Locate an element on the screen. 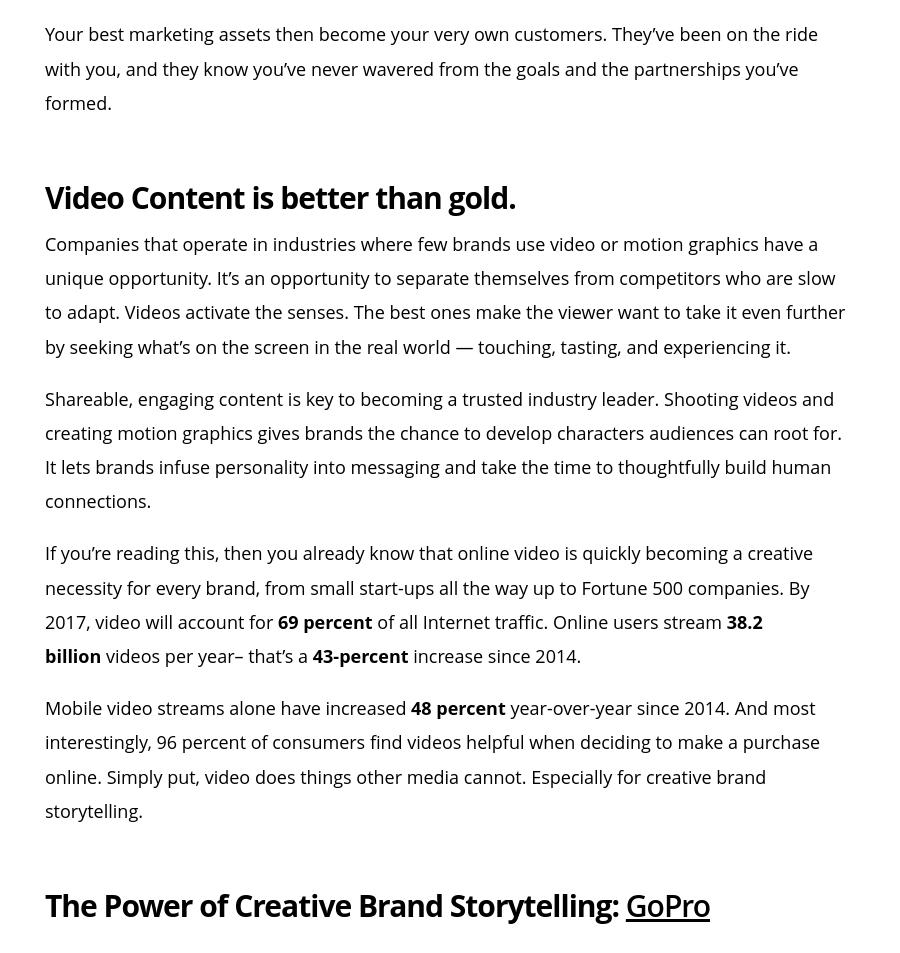 The image size is (900, 953). '38.2 billion' is located at coordinates (403, 638).